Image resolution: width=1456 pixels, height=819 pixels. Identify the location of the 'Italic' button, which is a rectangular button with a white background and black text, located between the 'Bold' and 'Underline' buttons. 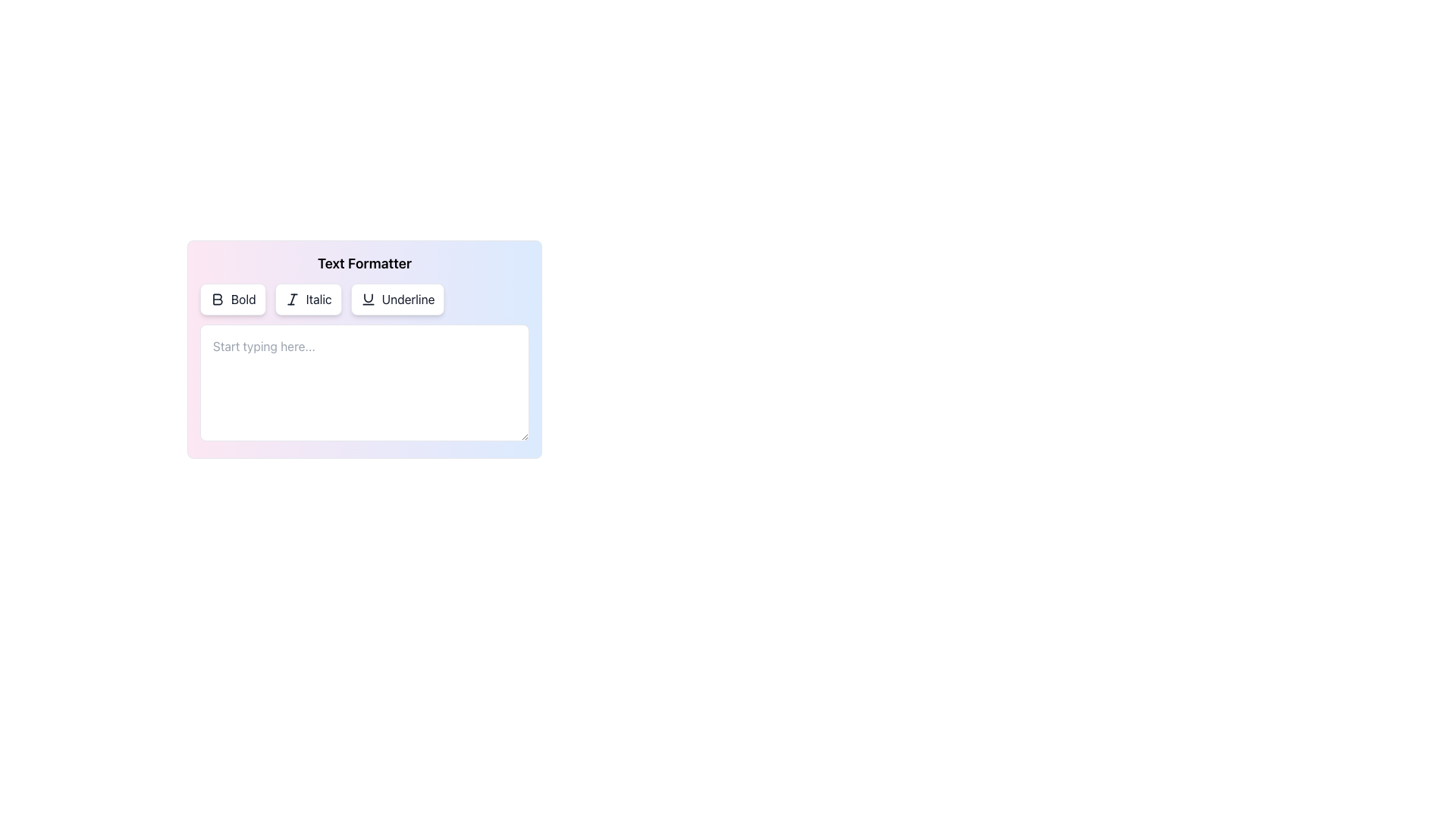
(307, 299).